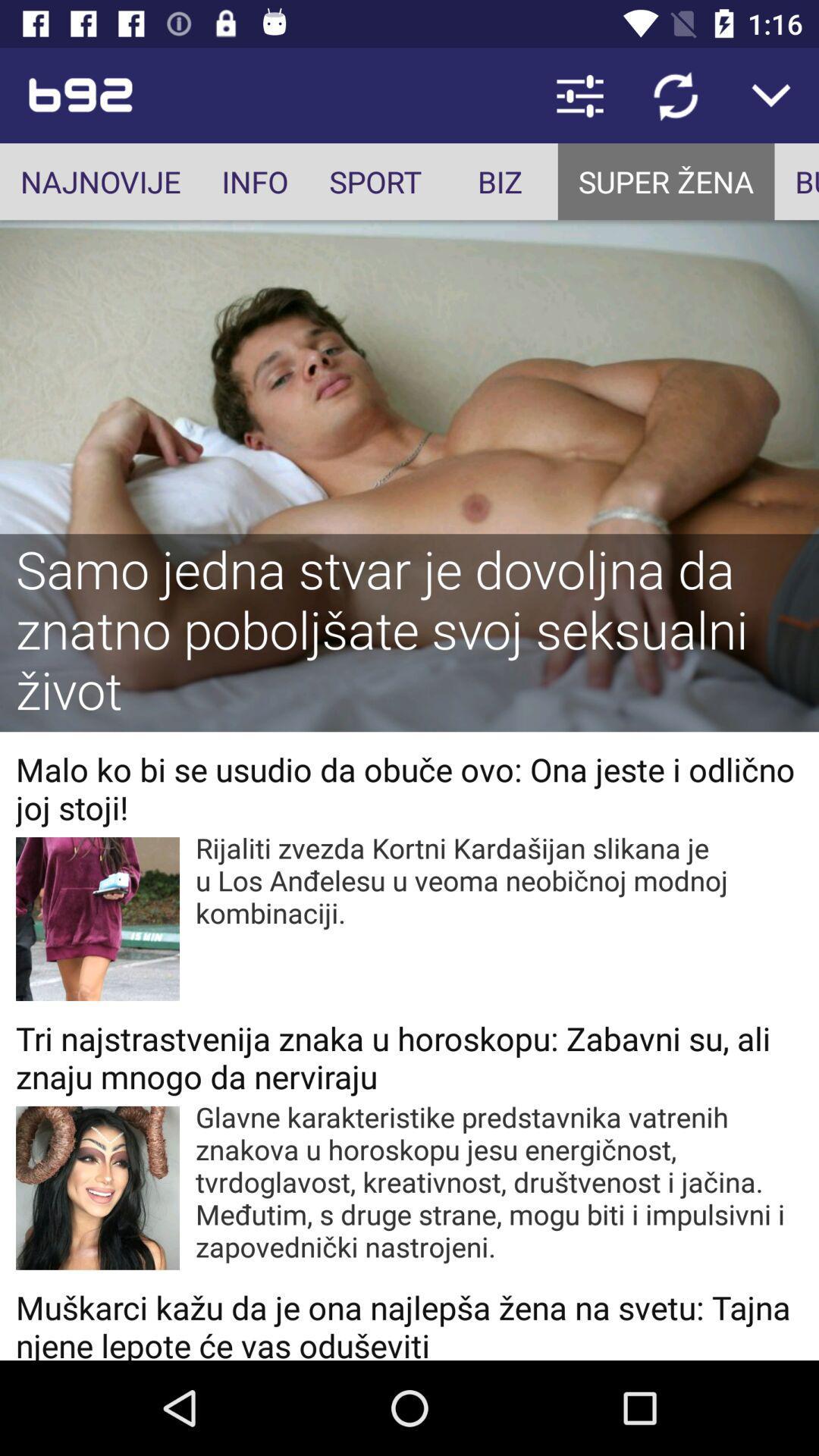 This screenshot has width=819, height=1456. Describe the element at coordinates (409, 632) in the screenshot. I see `app below najnovije app` at that location.